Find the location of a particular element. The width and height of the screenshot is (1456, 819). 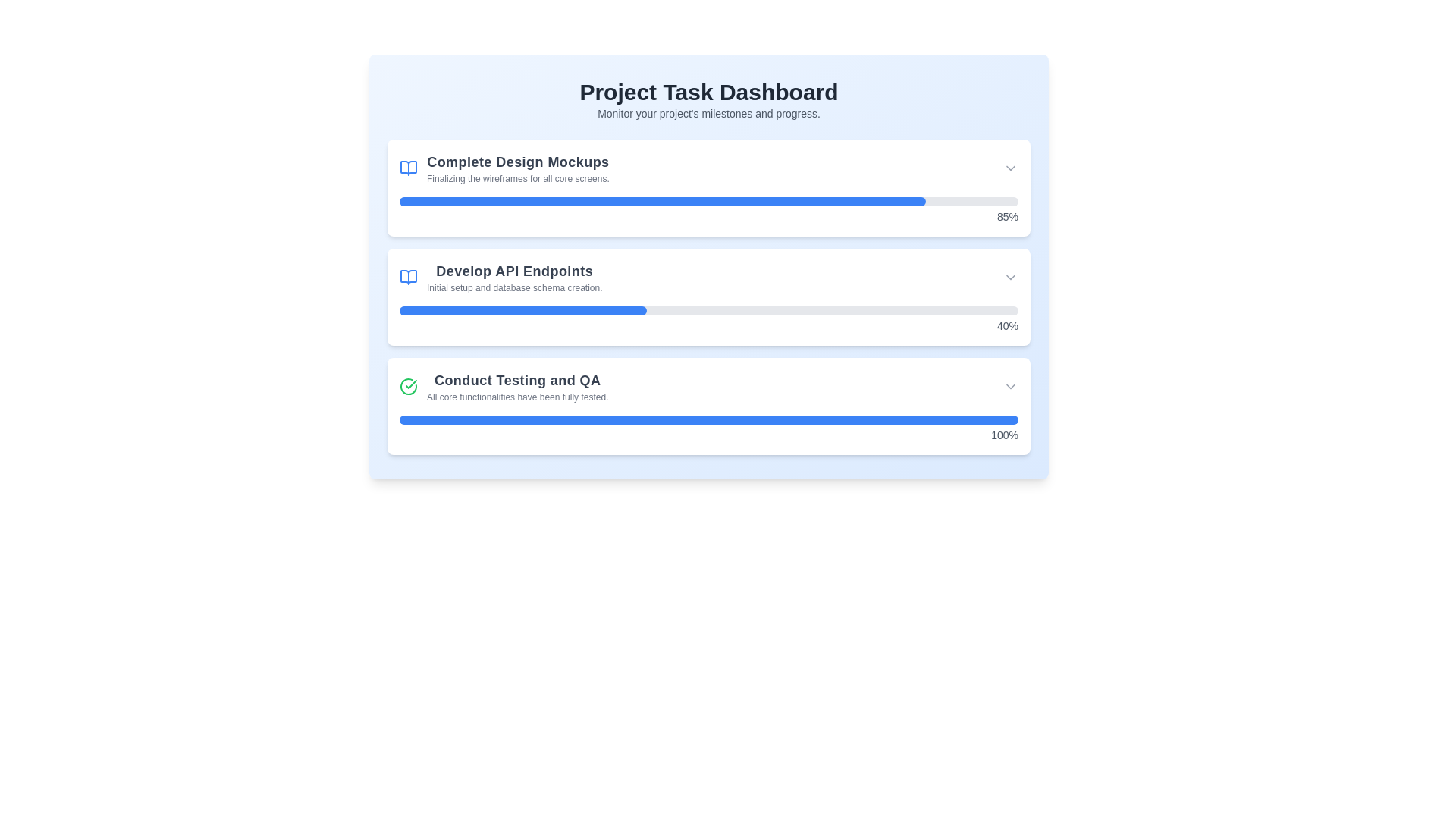

progress is located at coordinates (857, 309).